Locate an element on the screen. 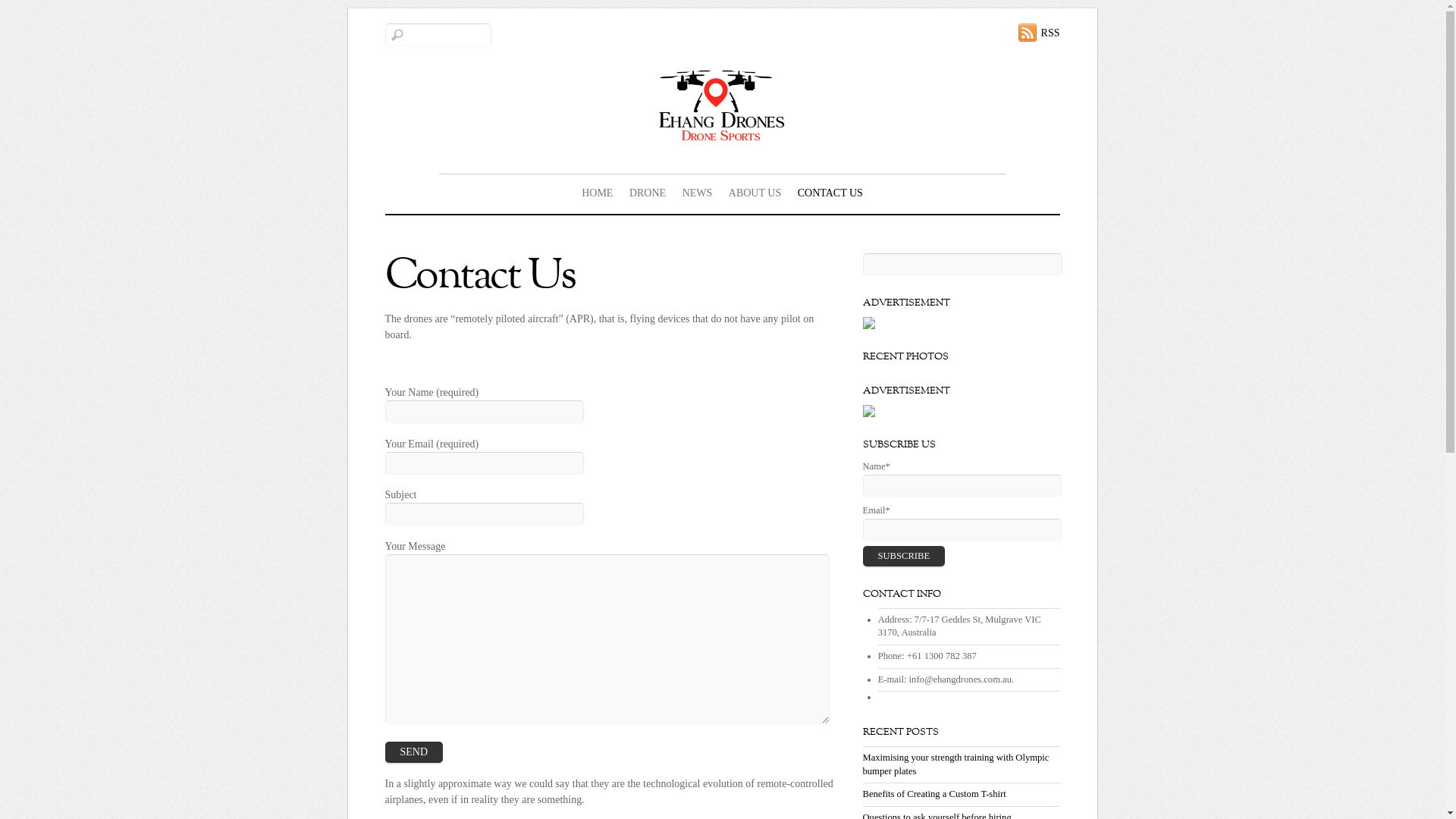 The width and height of the screenshot is (1456, 819). 'Maximising your strength training with Olympic bumper plates' is located at coordinates (955, 764).